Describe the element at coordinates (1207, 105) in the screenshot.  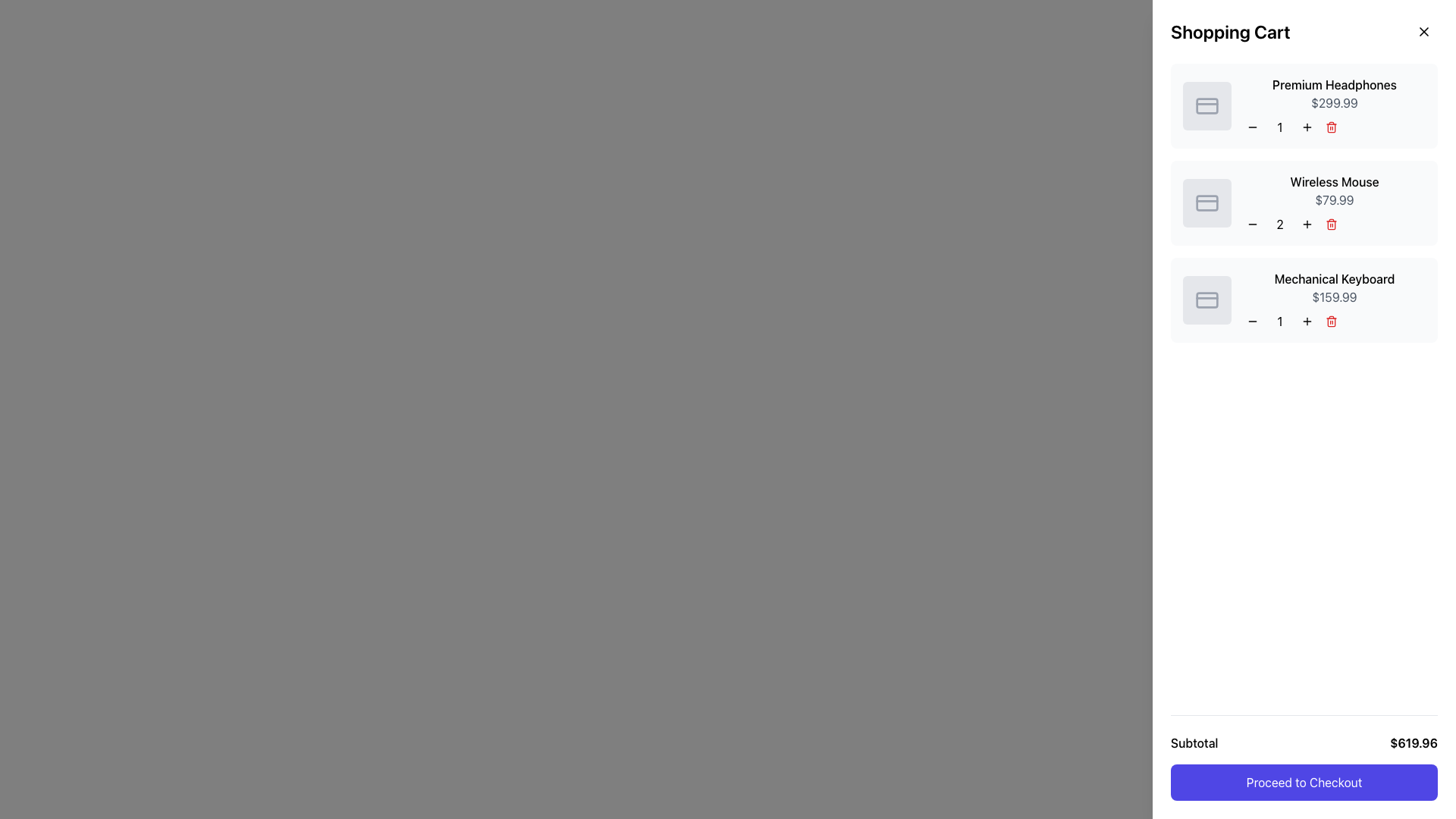
I see `the light gray rectangular decoration with rounded corners that is part of the credit card icon, located to the left of the text 'Premium Headphones $299.99' in the shopping cart list` at that location.